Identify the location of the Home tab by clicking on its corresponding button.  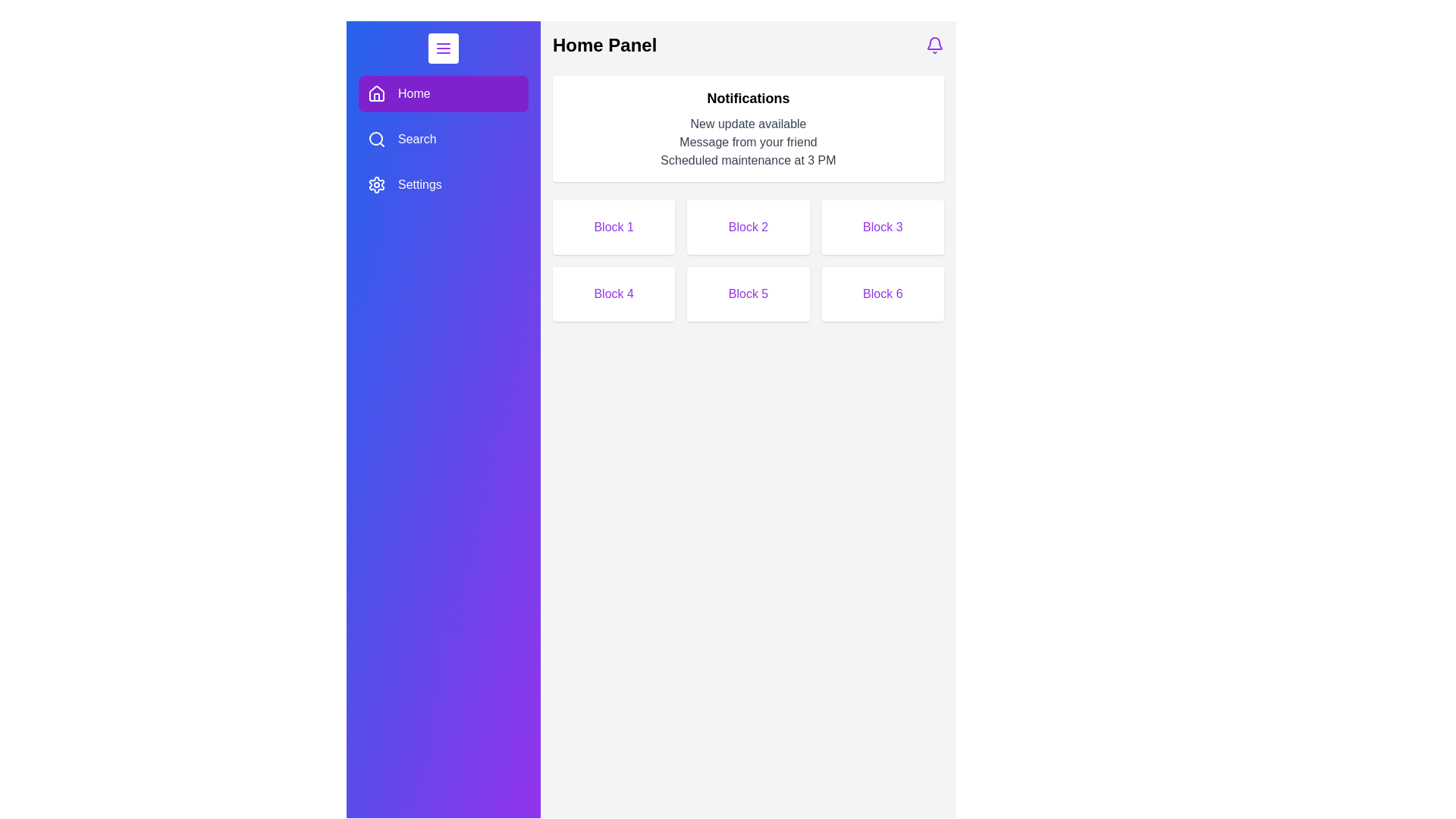
(443, 93).